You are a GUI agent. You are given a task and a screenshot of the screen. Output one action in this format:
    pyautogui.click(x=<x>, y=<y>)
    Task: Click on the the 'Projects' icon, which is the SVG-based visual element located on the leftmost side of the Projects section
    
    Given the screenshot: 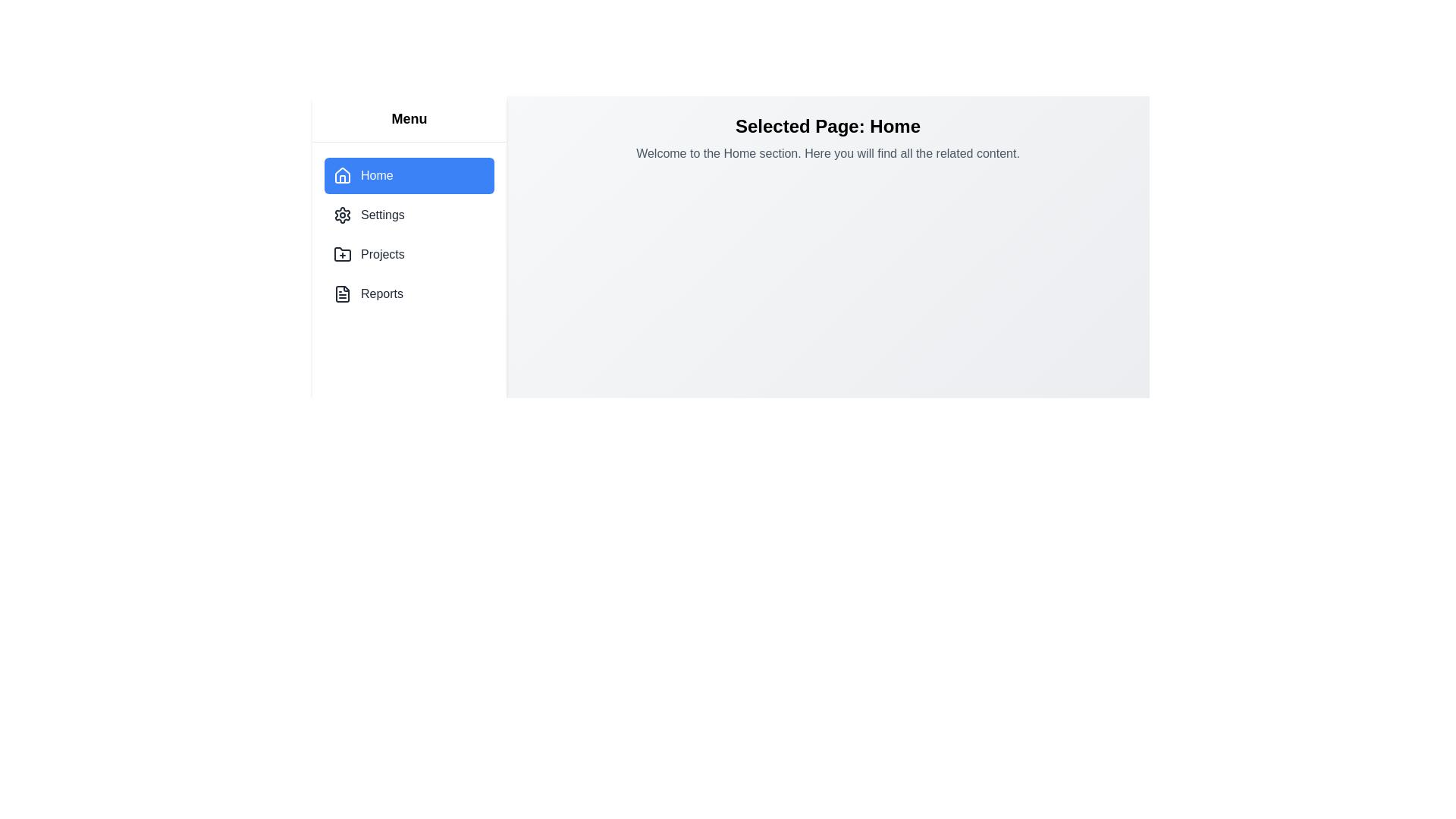 What is the action you would take?
    pyautogui.click(x=341, y=253)
    